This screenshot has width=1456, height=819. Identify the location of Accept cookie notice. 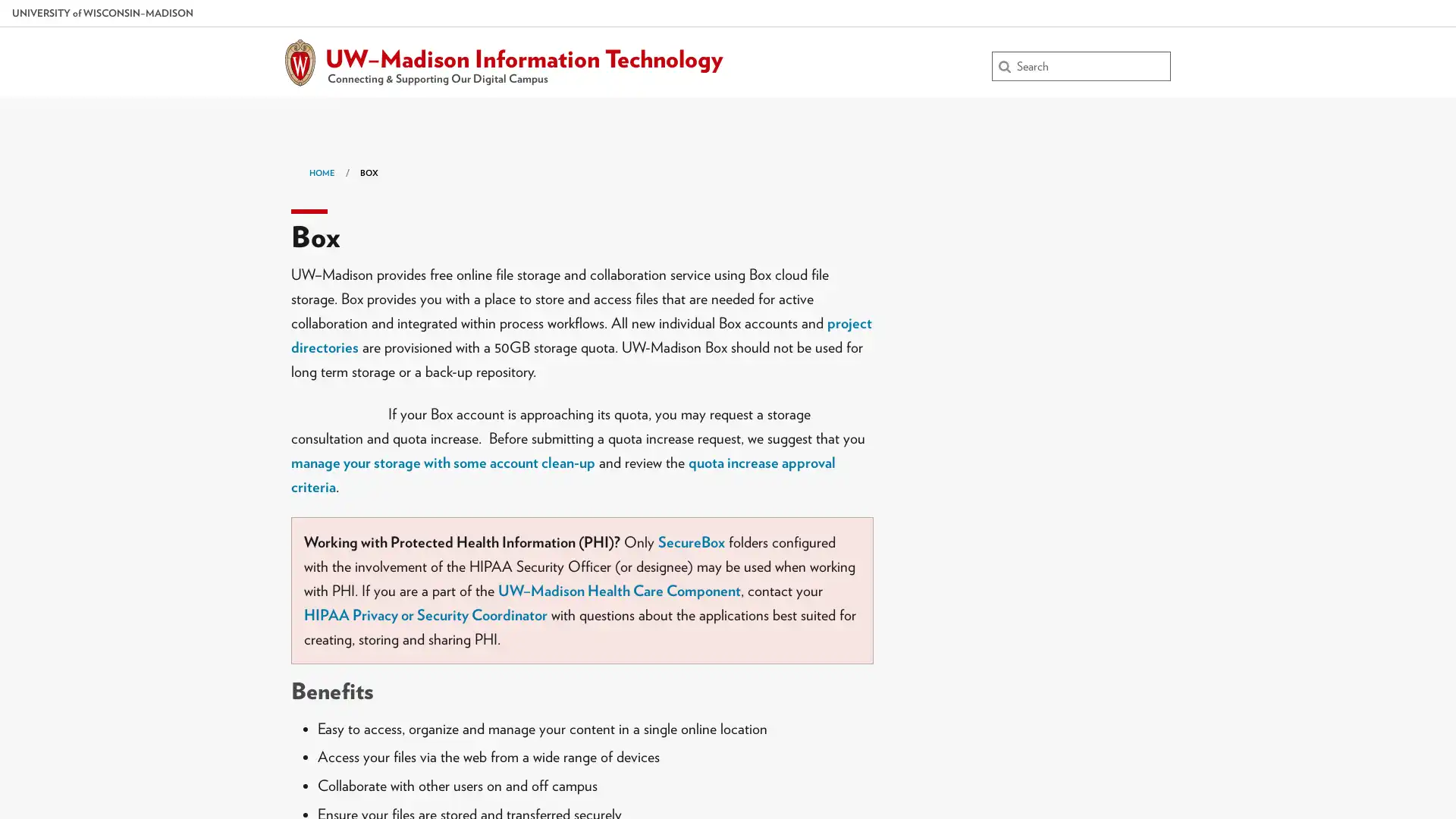
(1367, 775).